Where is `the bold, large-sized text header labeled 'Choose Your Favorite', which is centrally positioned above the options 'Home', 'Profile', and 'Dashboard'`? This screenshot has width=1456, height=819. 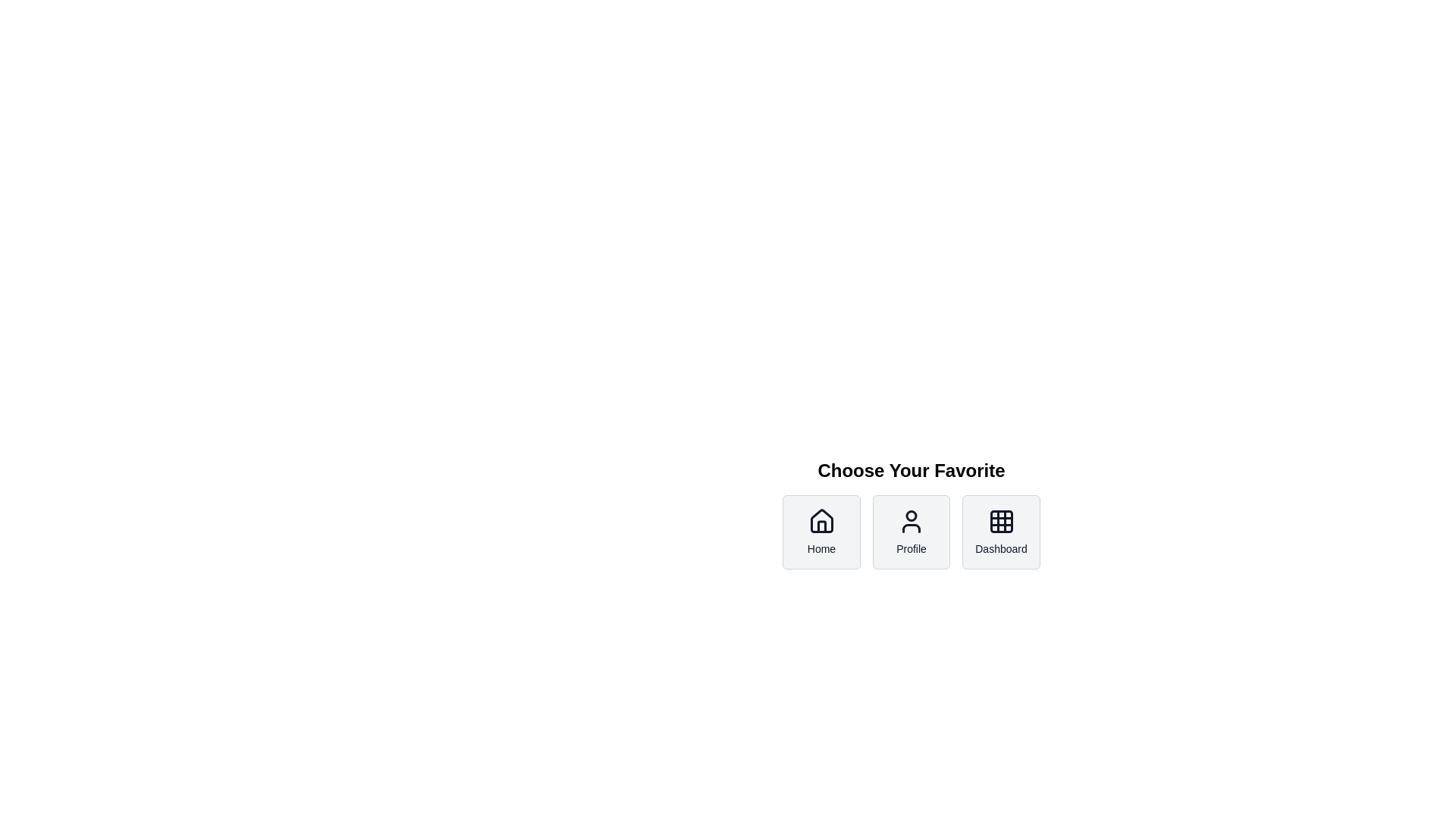 the bold, large-sized text header labeled 'Choose Your Favorite', which is centrally positioned above the options 'Home', 'Profile', and 'Dashboard' is located at coordinates (910, 470).